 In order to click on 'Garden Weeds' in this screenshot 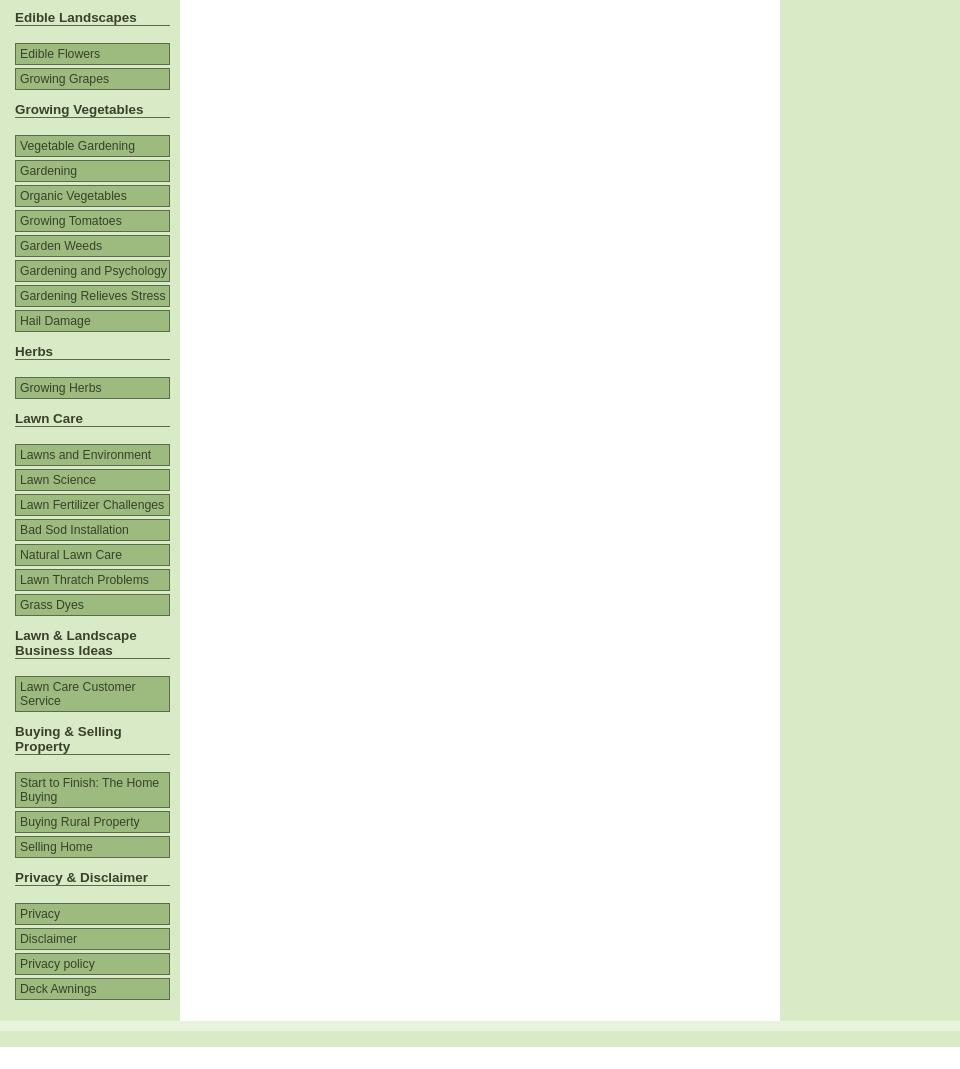, I will do `click(59, 244)`.